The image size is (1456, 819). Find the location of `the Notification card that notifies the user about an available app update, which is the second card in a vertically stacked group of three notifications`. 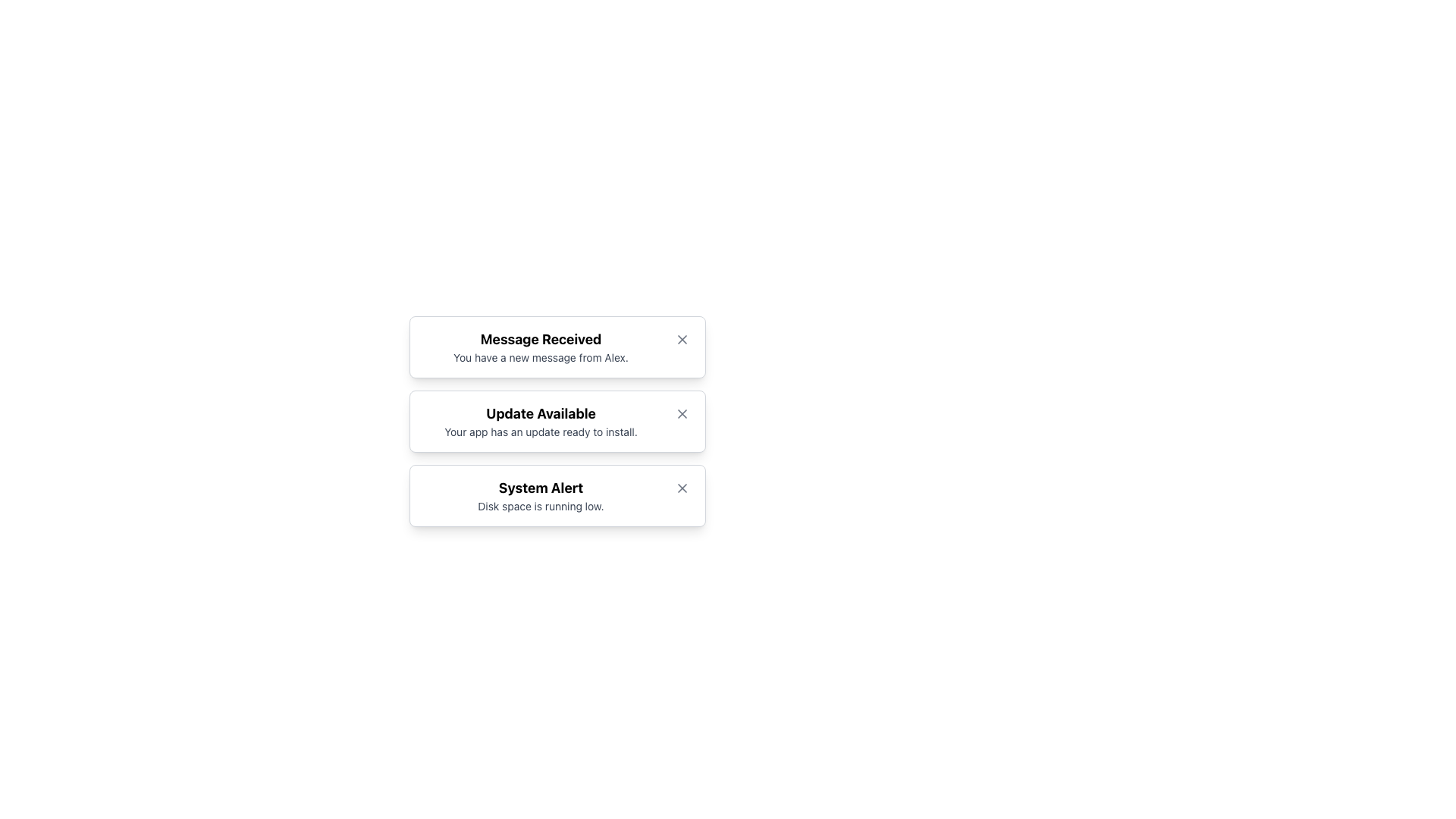

the Notification card that notifies the user about an available app update, which is the second card in a vertically stacked group of three notifications is located at coordinates (557, 421).